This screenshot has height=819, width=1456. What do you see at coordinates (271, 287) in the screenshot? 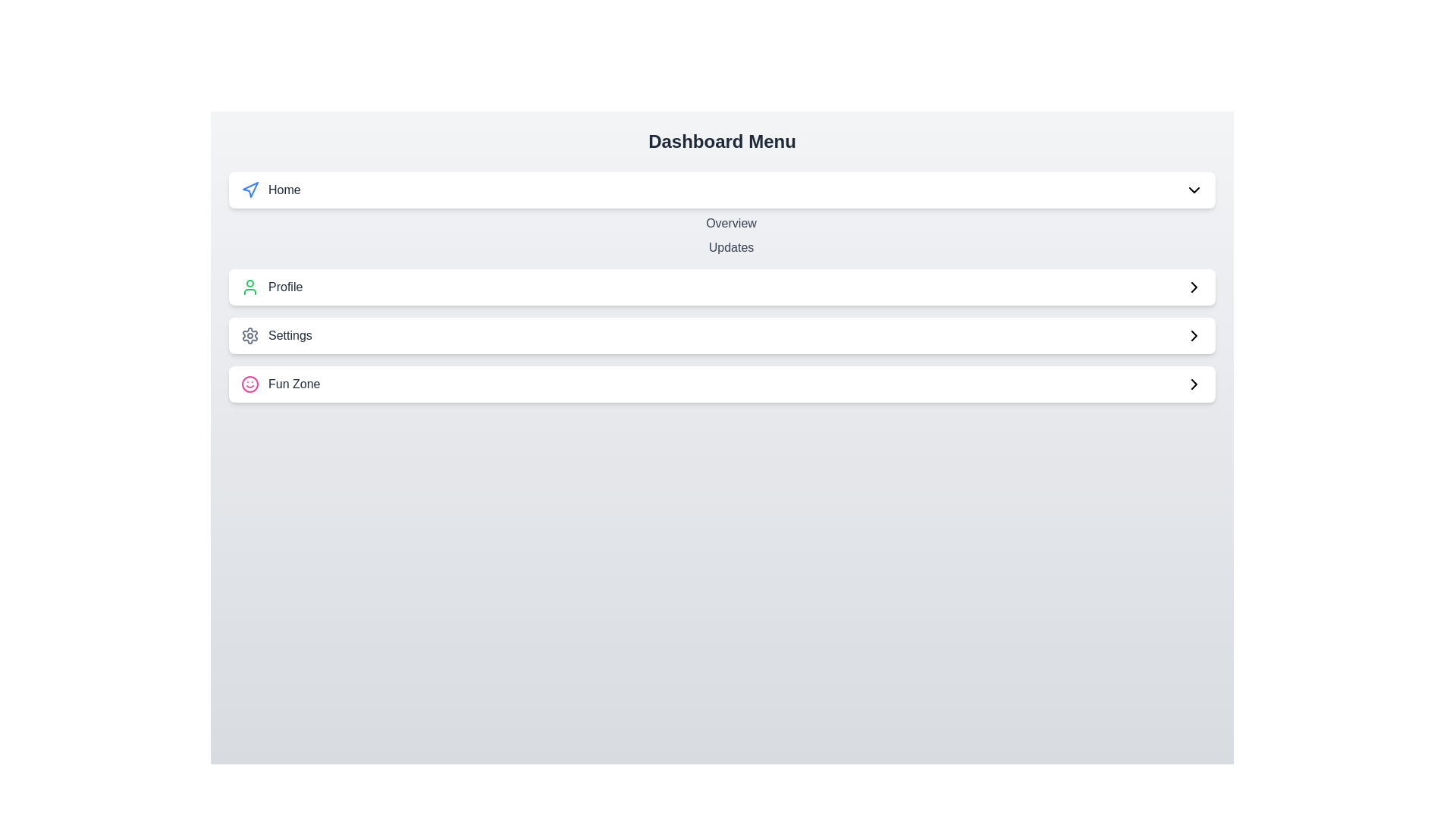
I see `the 'Profile' navigation option` at bounding box center [271, 287].